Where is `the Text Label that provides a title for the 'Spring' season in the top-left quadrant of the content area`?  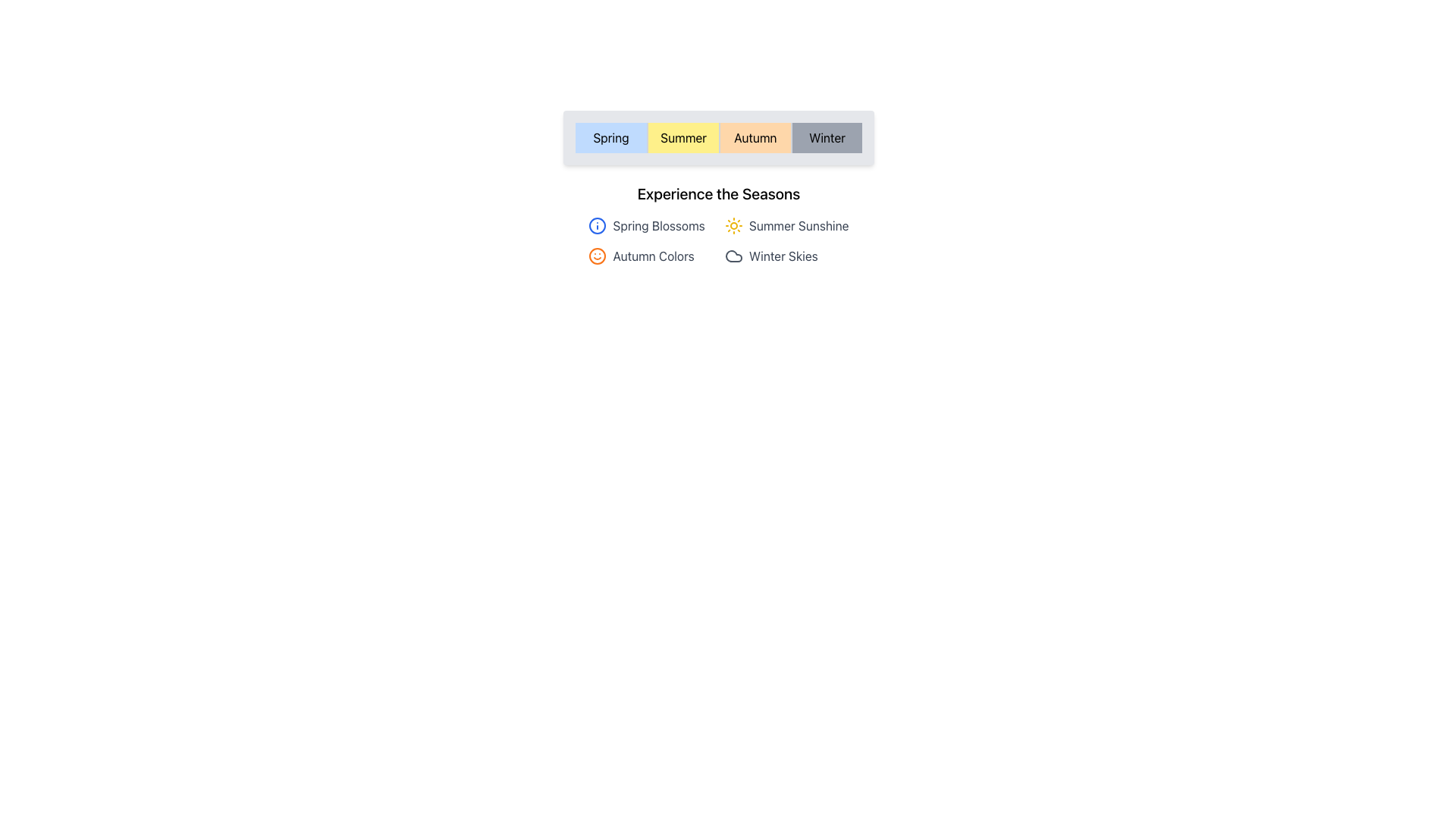
the Text Label that provides a title for the 'Spring' season in the top-left quadrant of the content area is located at coordinates (659, 225).